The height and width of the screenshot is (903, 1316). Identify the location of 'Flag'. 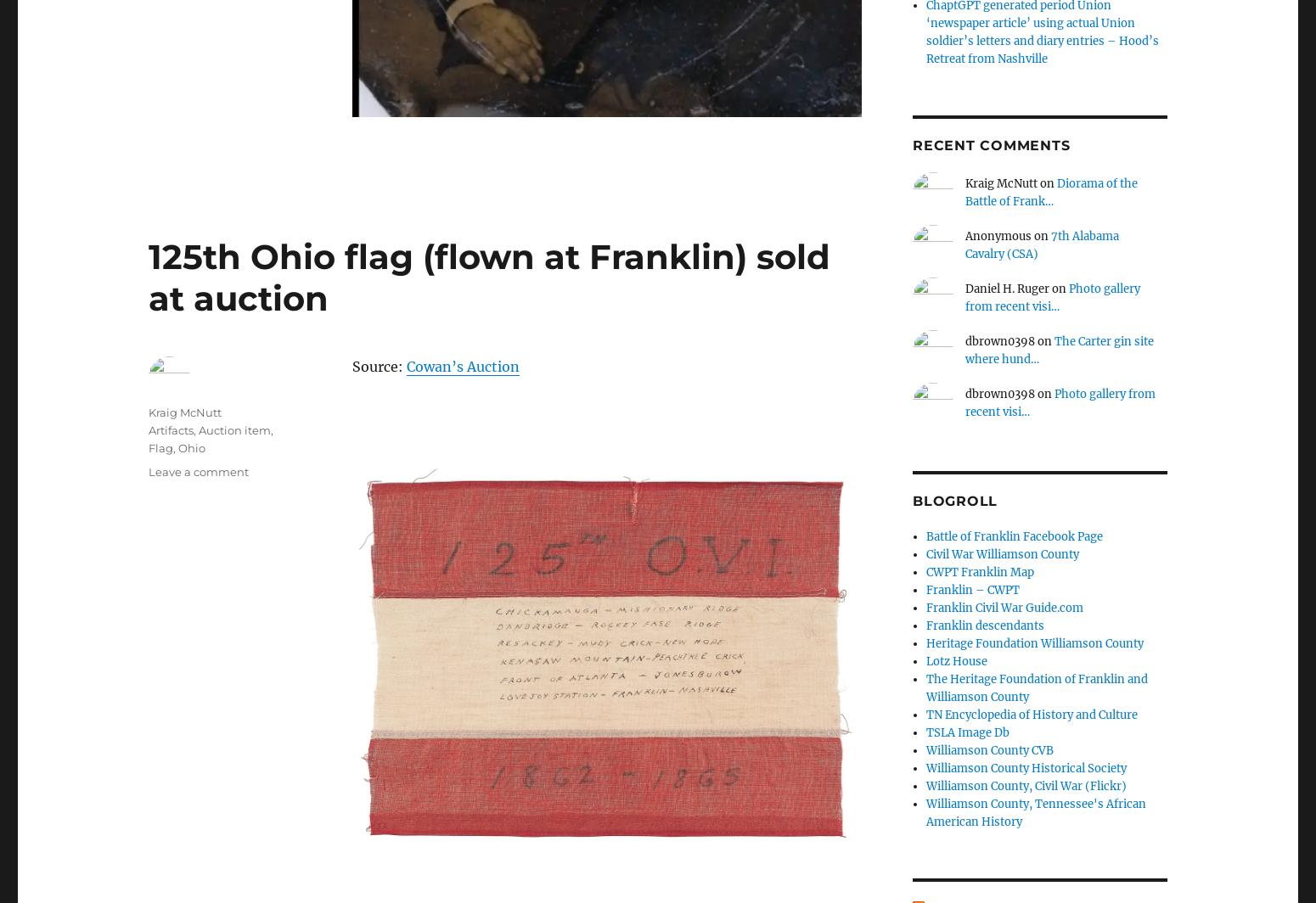
(160, 446).